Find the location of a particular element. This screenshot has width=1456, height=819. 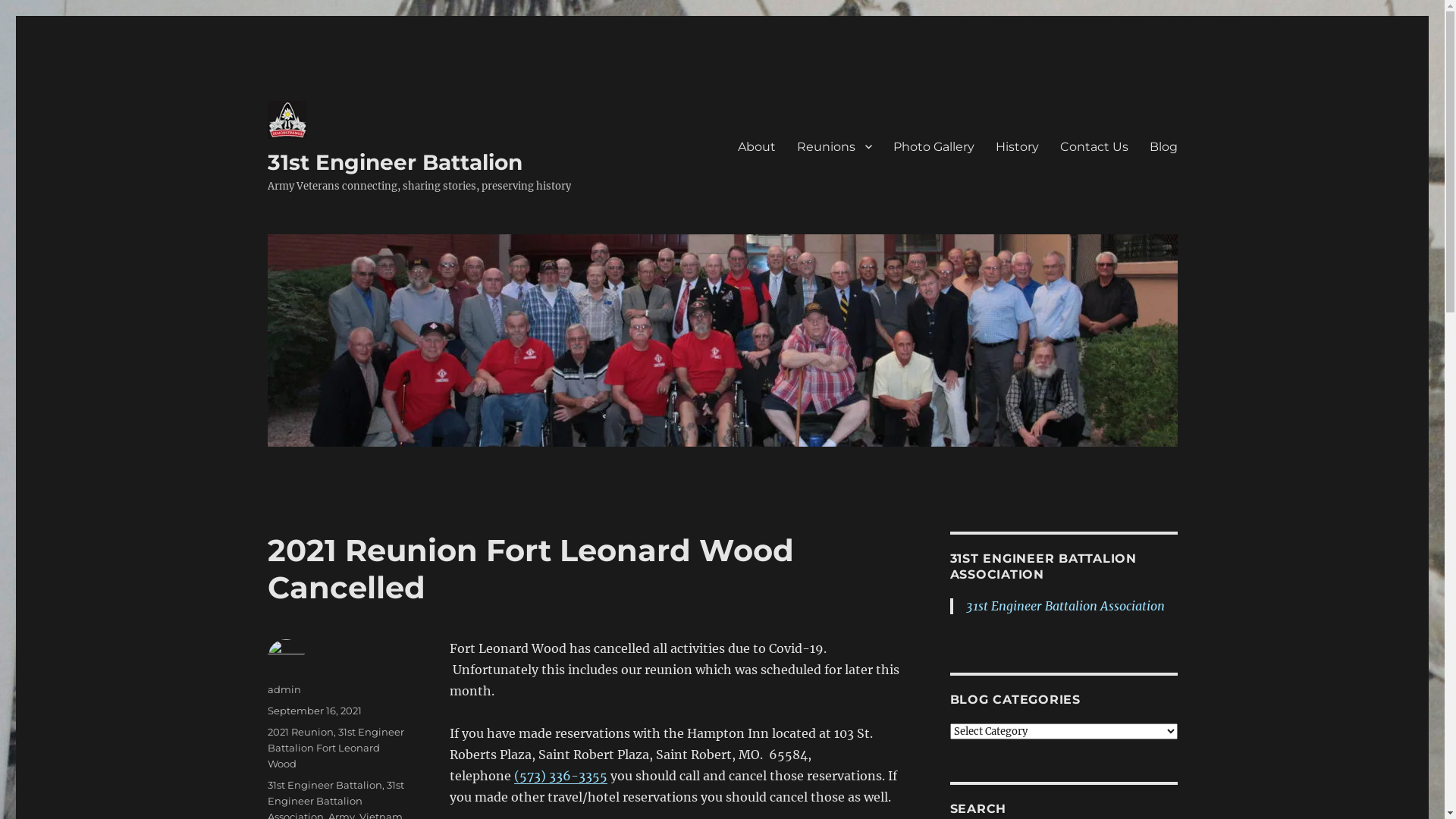

'(573) 336-3355' is located at coordinates (560, 775).